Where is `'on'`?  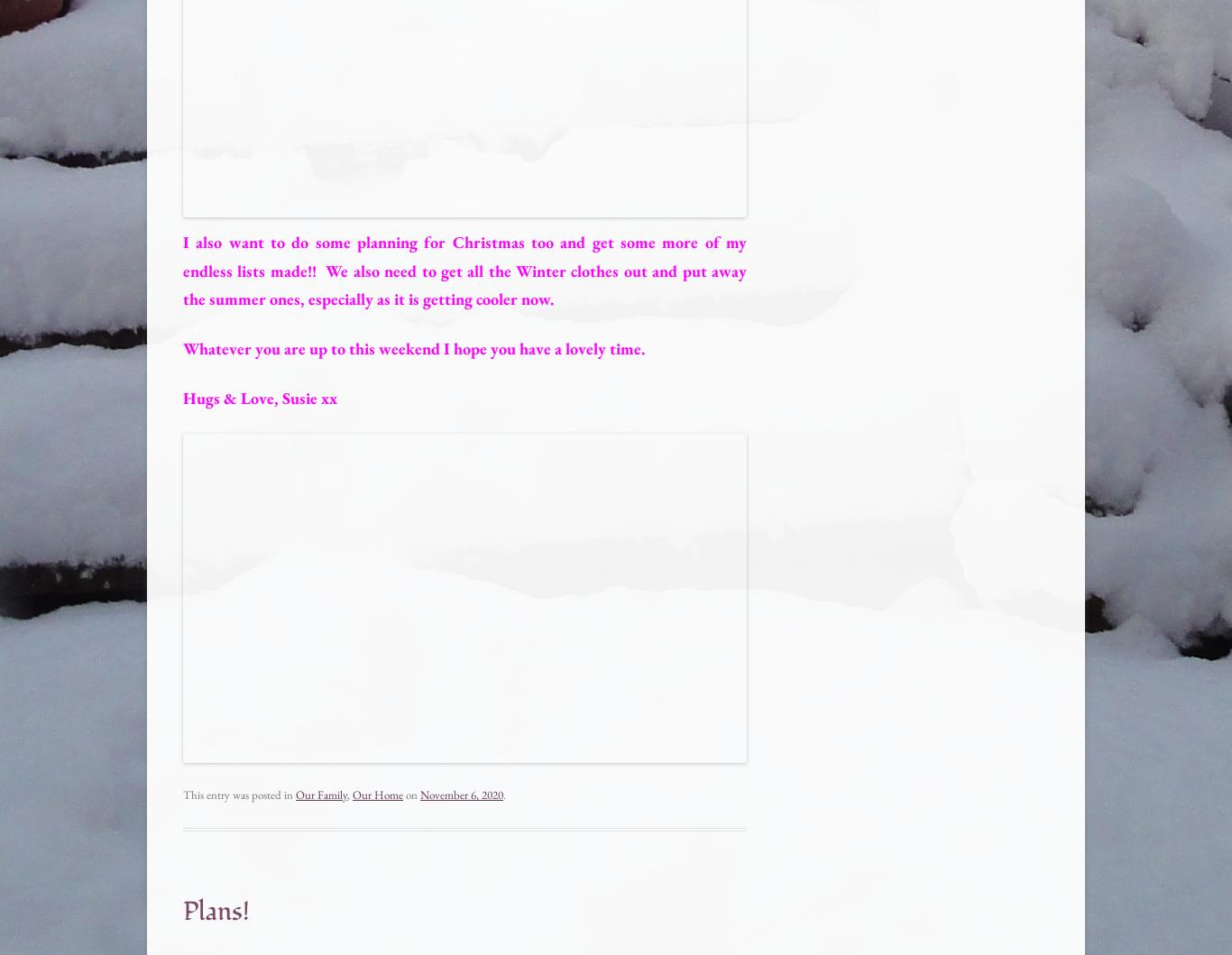 'on' is located at coordinates (411, 794).